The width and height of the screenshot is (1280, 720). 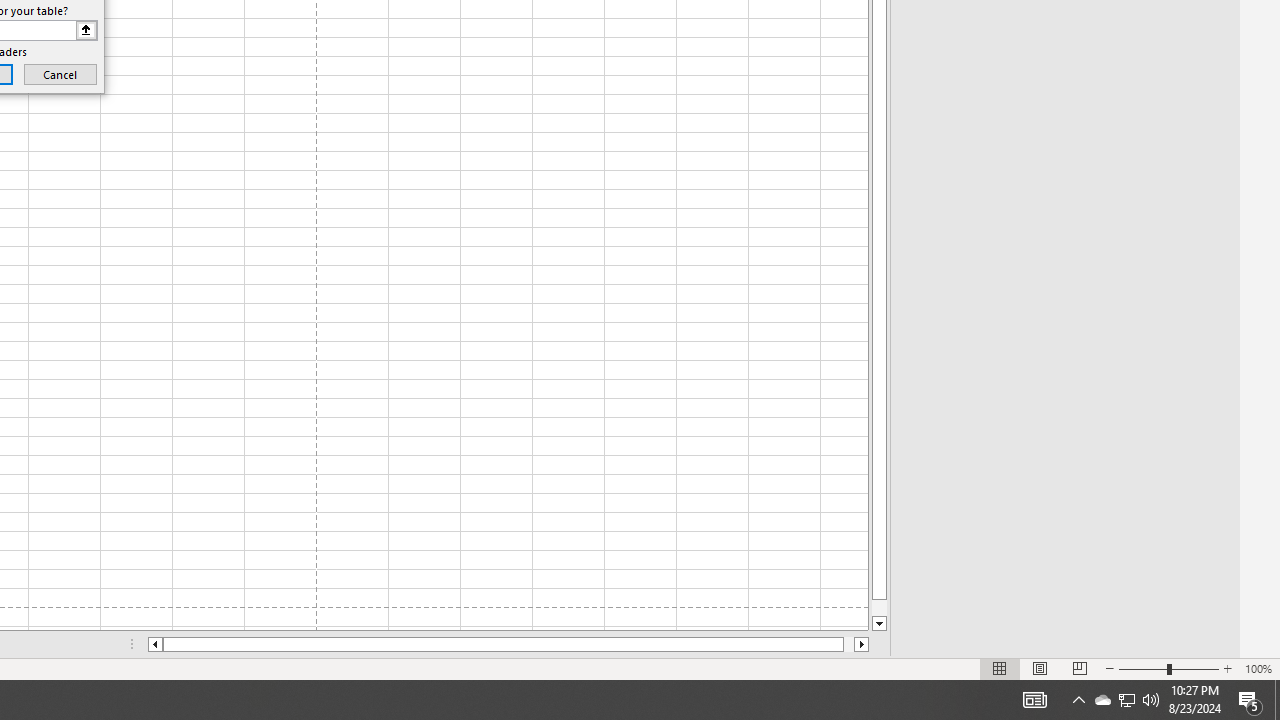 I want to click on 'Page Break Preview', so click(x=1078, y=669).